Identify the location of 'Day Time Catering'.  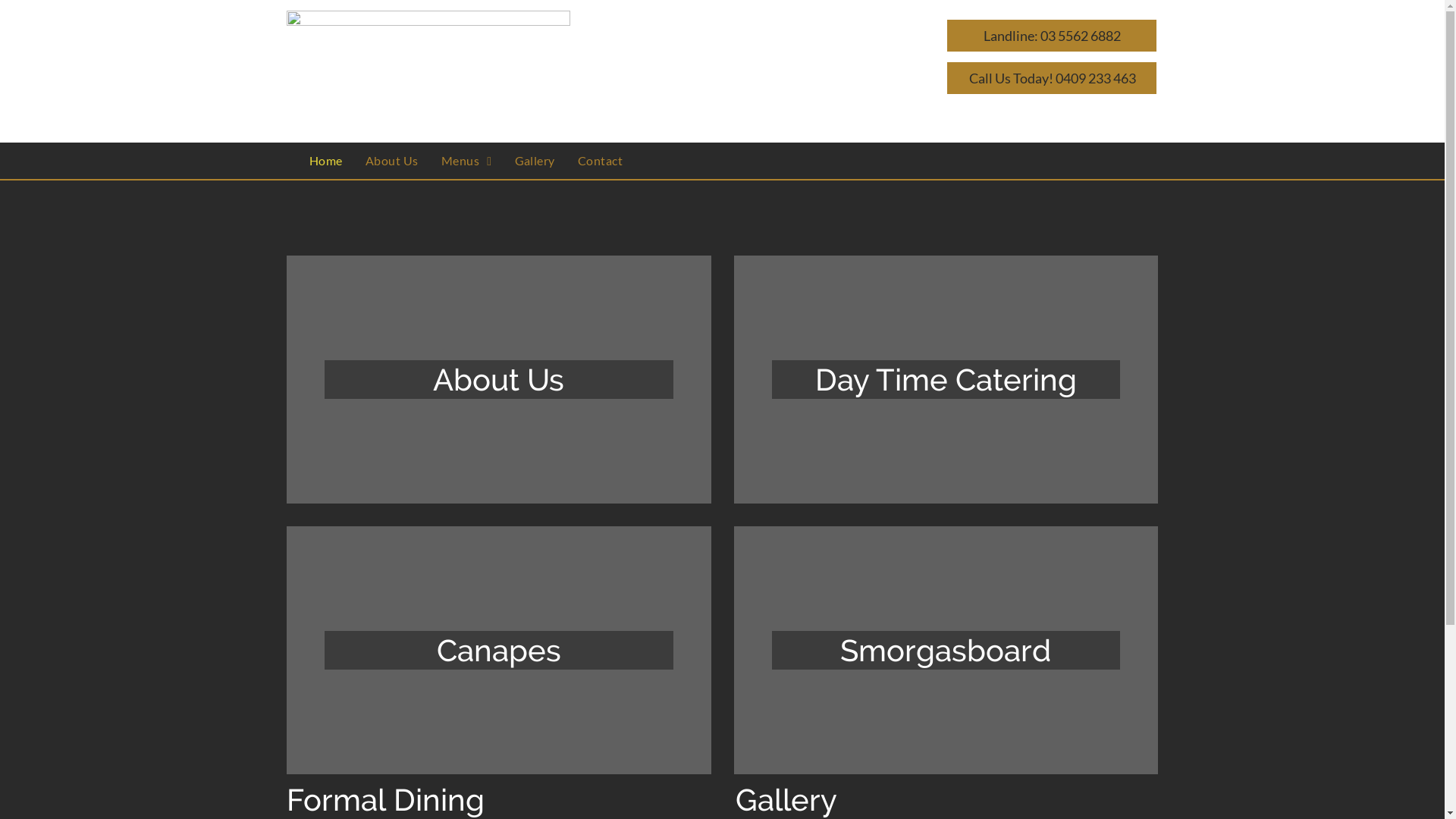
(945, 378).